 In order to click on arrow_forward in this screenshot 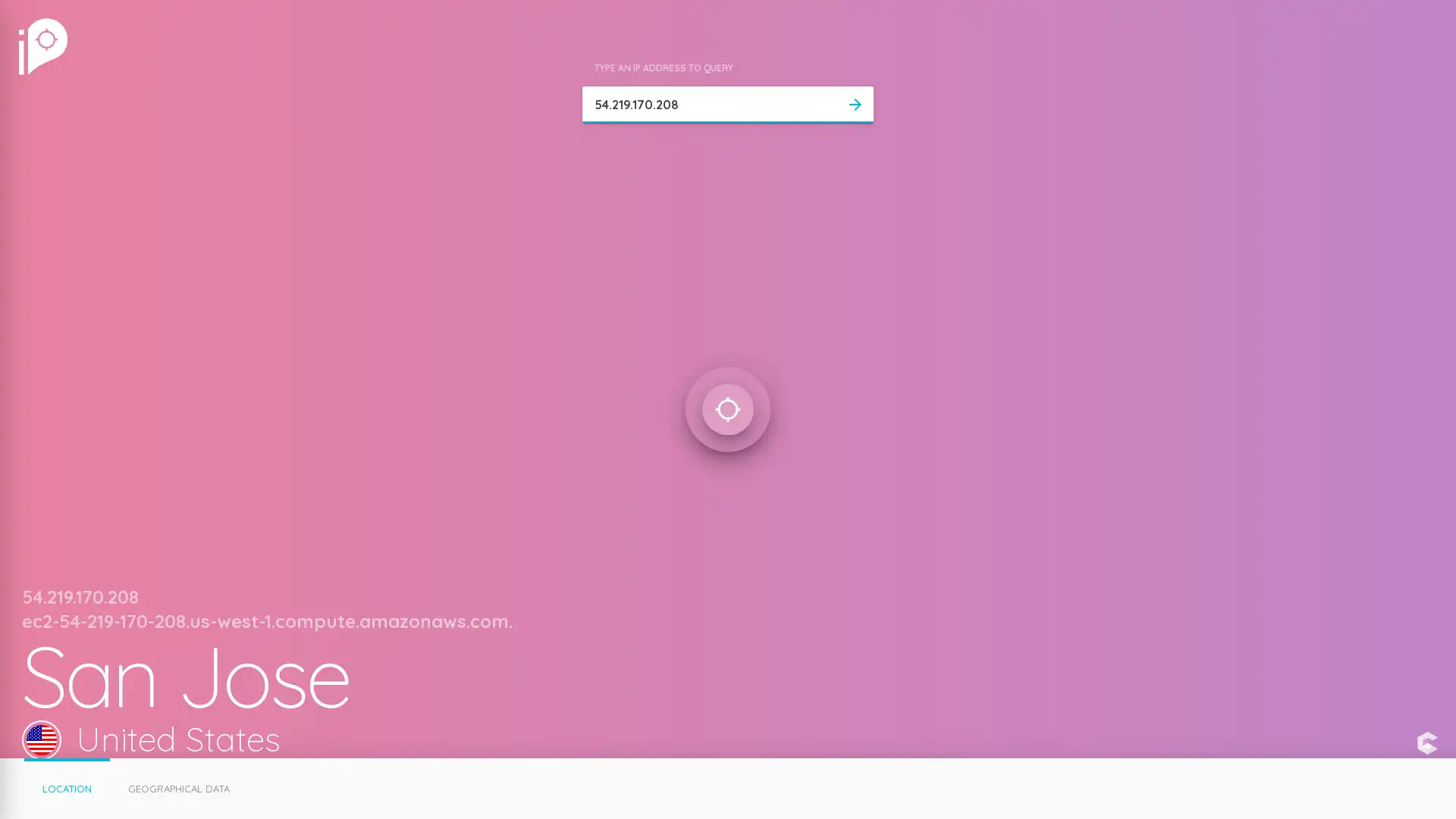, I will do `click(855, 104)`.